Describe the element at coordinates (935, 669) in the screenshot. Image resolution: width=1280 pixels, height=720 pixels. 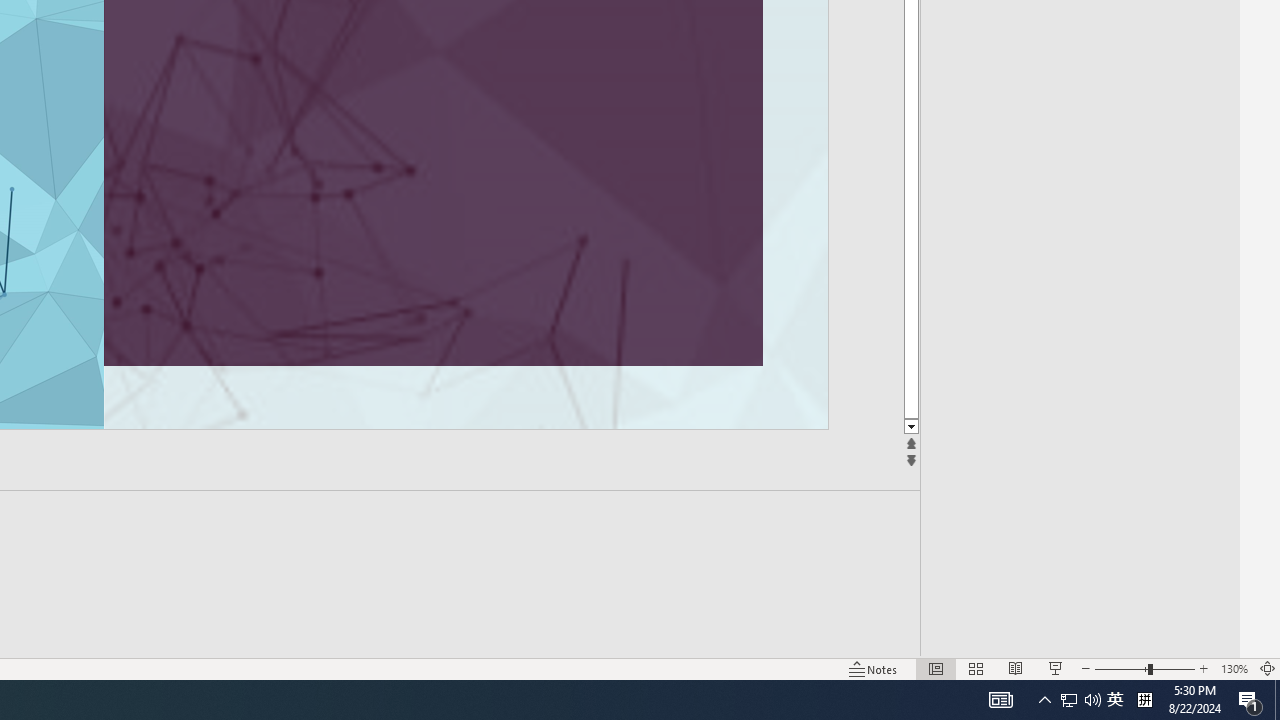
I see `'Normal'` at that location.